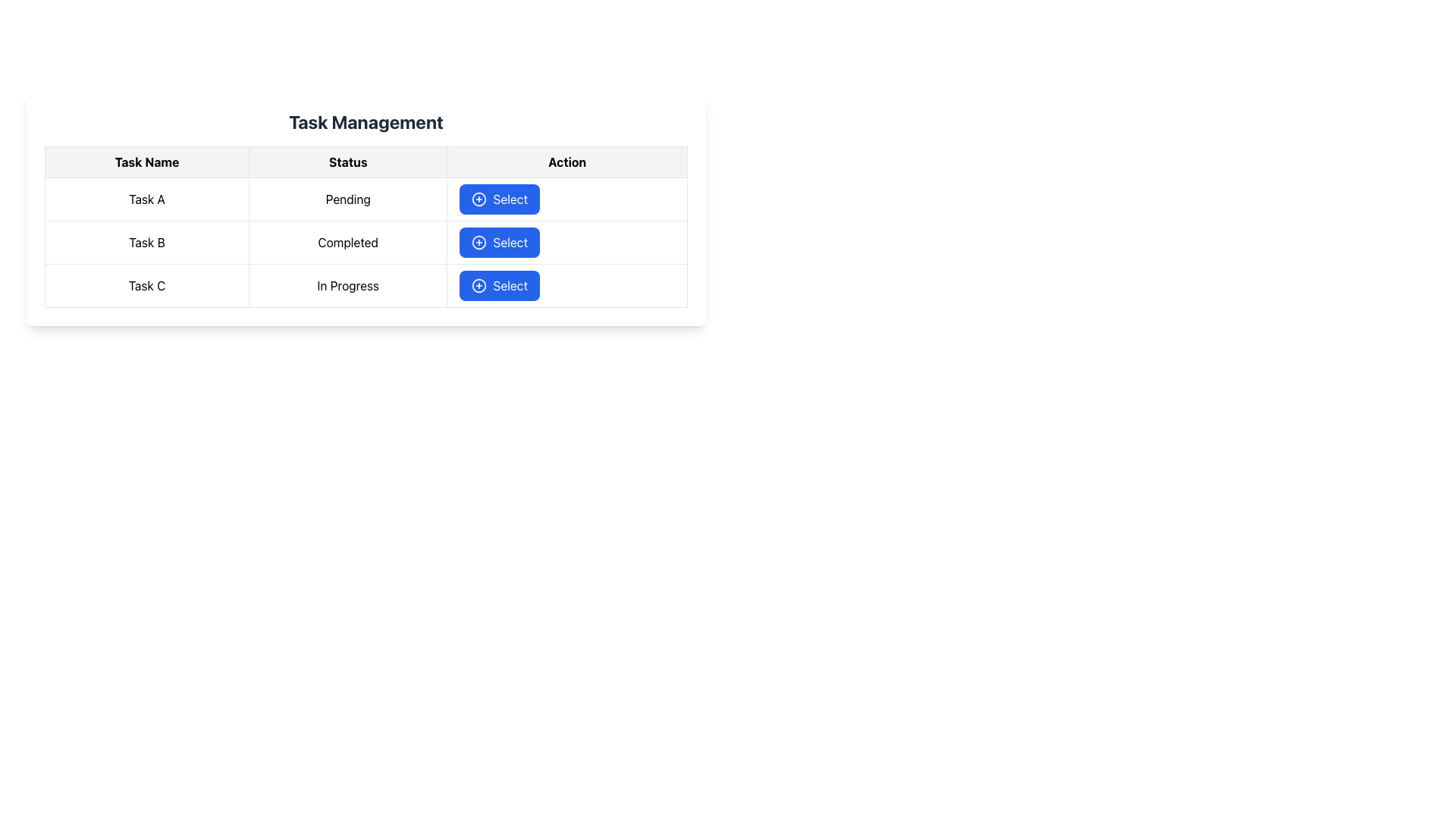  I want to click on the icon within the 'Select' button located in the first row of the 'Action' column in the table, so click(479, 198).